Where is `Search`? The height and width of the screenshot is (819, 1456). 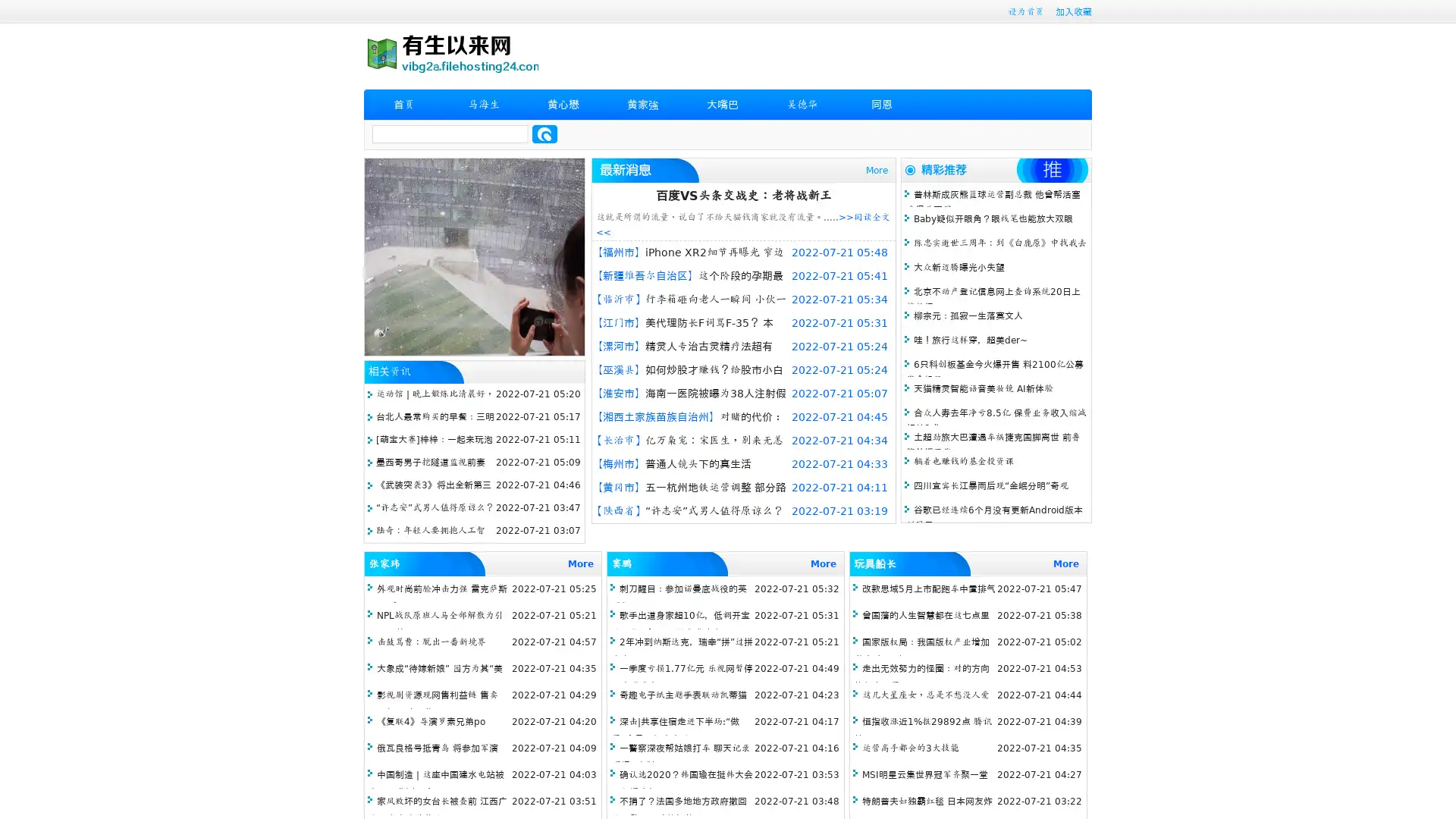 Search is located at coordinates (544, 133).